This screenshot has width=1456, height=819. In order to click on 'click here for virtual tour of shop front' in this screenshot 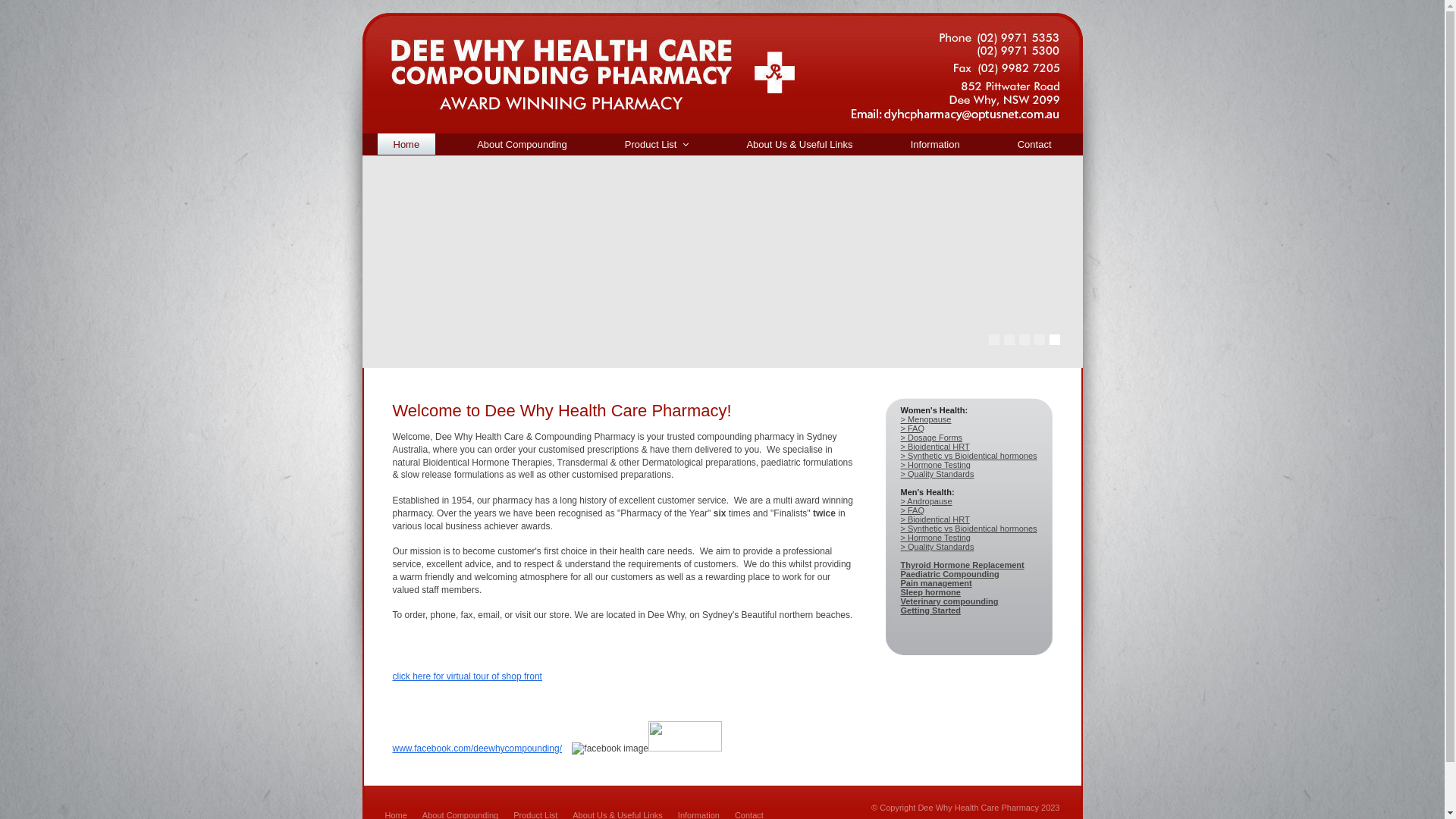, I will do `click(393, 675)`.